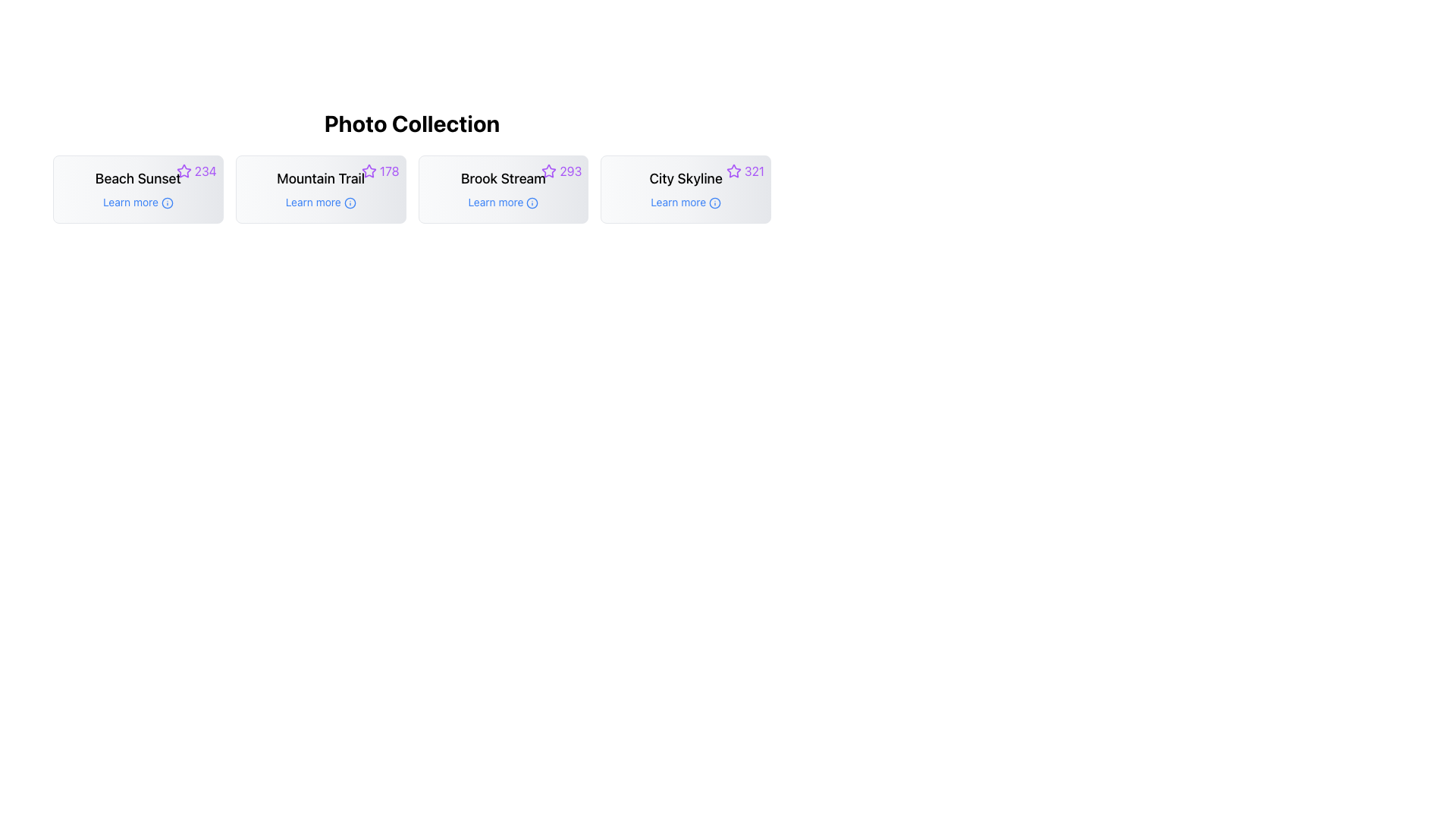 The image size is (1456, 819). I want to click on the 'Learn more' link in the card titled 'Brook Stream', so click(503, 189).